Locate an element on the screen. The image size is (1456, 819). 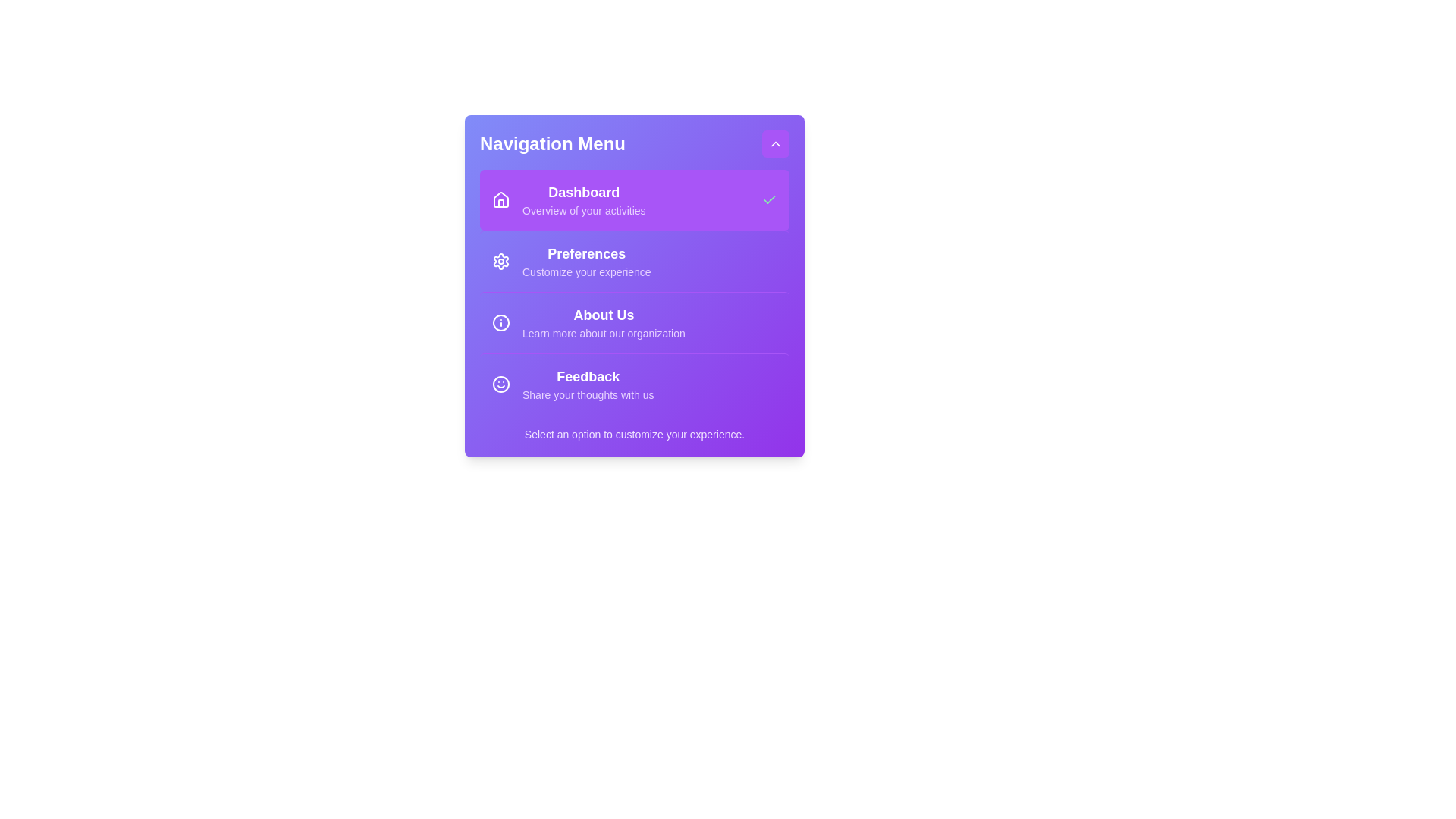
the footer text to interact with it is located at coordinates (634, 435).